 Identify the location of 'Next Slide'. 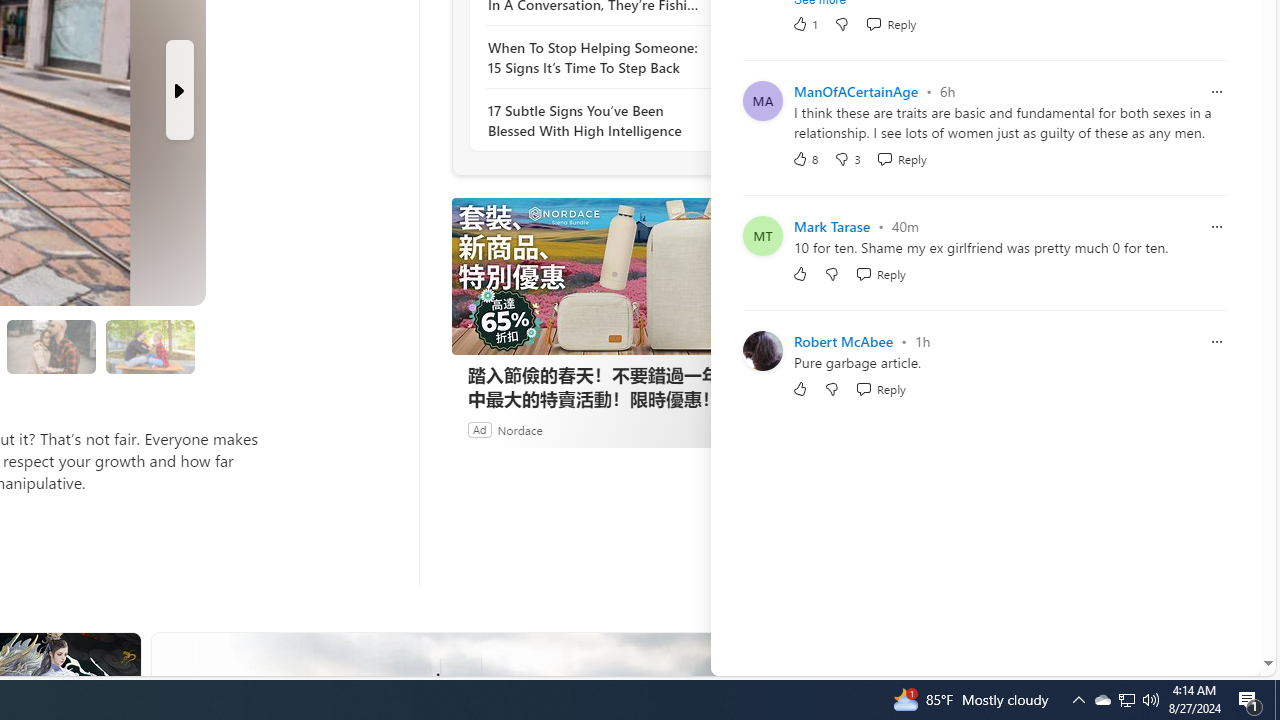
(179, 90).